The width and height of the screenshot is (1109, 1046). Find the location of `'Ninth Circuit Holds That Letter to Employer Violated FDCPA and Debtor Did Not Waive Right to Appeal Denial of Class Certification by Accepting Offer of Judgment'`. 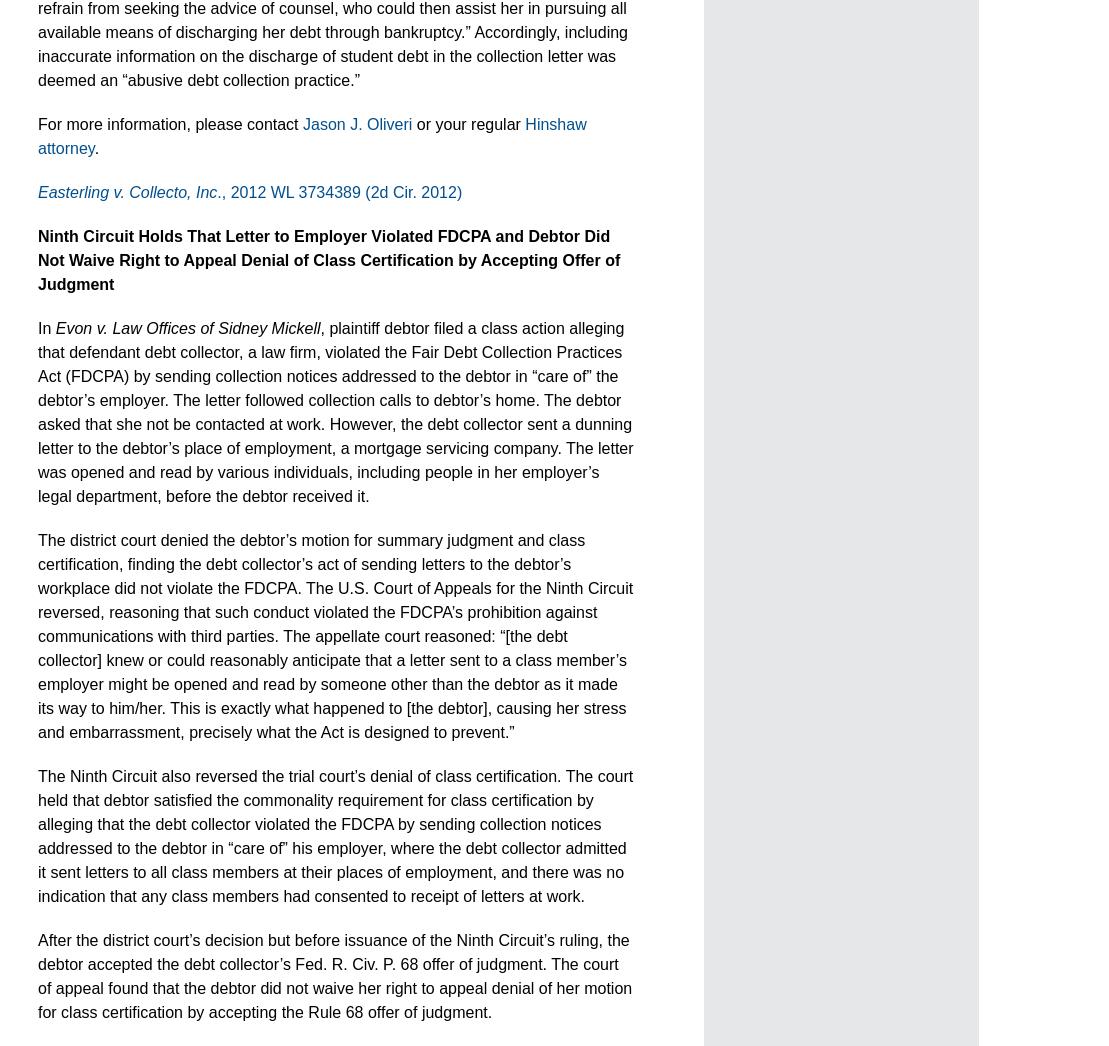

'Ninth Circuit Holds That Letter to Employer Violated FDCPA and Debtor Did Not Waive Right to Appeal Denial of Class Certification by Accepting Offer of Judgment' is located at coordinates (38, 259).